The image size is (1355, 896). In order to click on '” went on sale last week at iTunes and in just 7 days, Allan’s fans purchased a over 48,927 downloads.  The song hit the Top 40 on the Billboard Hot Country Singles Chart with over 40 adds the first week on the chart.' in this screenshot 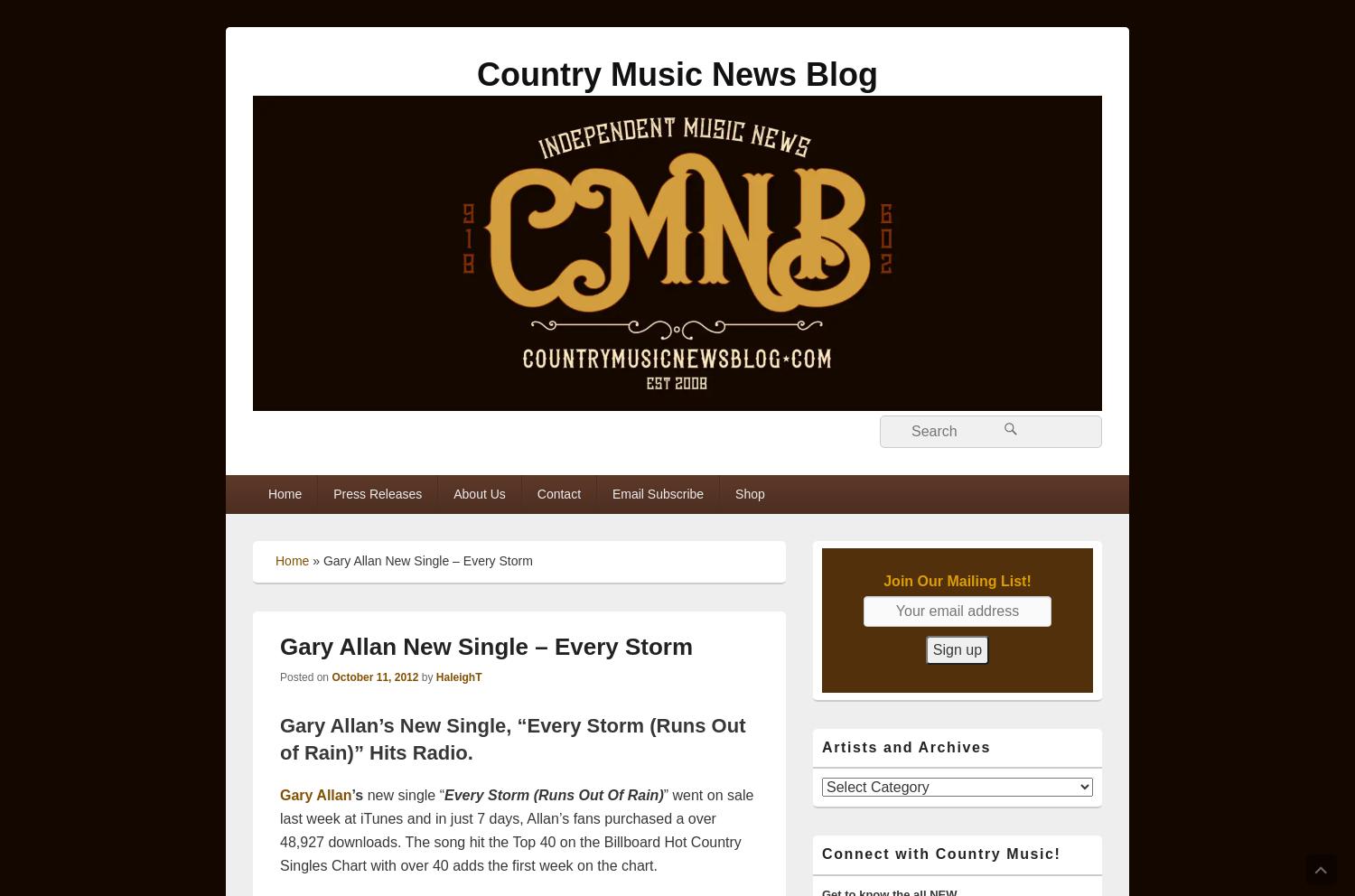, I will do `click(515, 828)`.